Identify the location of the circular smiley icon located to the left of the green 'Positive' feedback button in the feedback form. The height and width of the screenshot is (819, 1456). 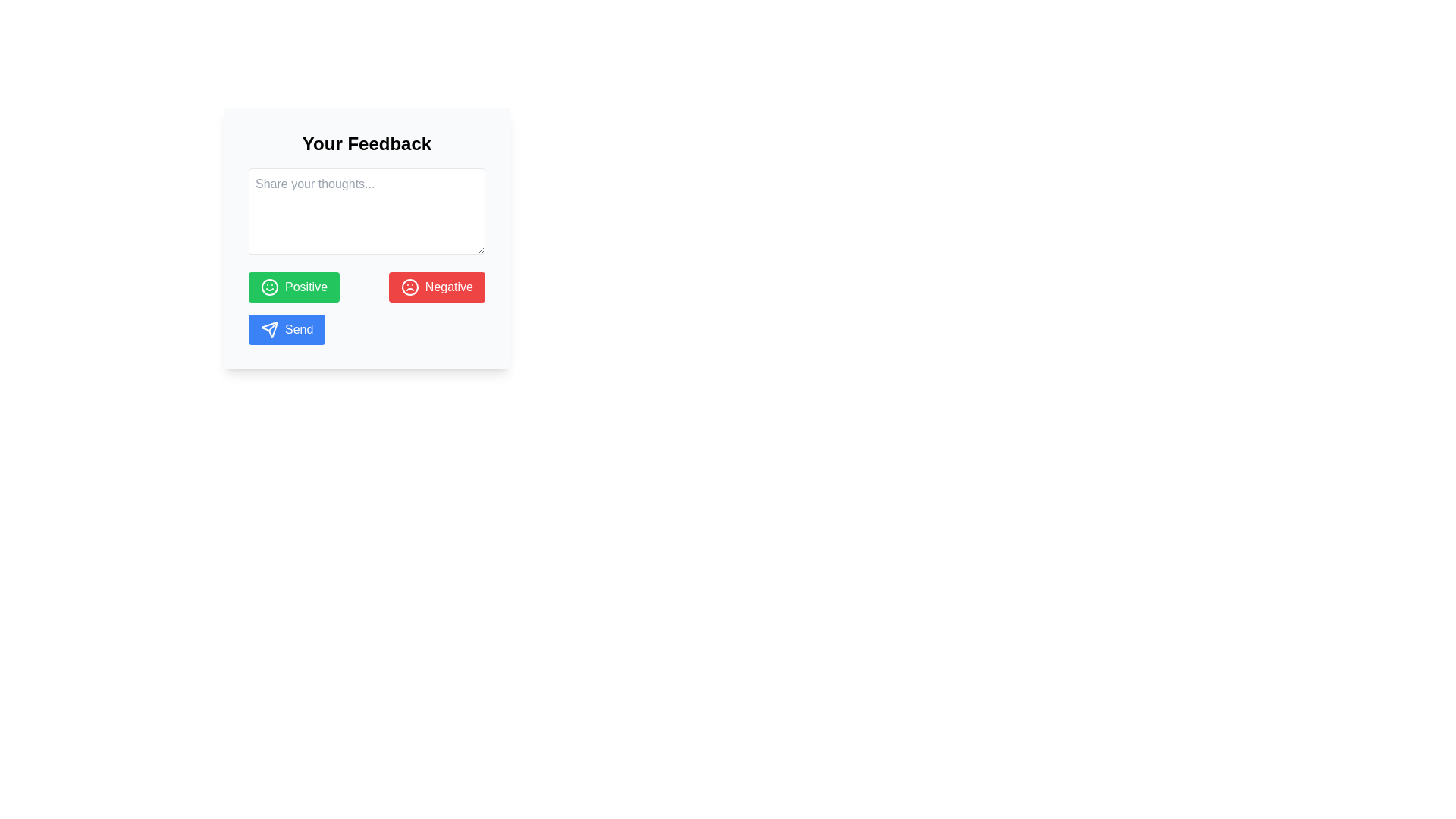
(269, 287).